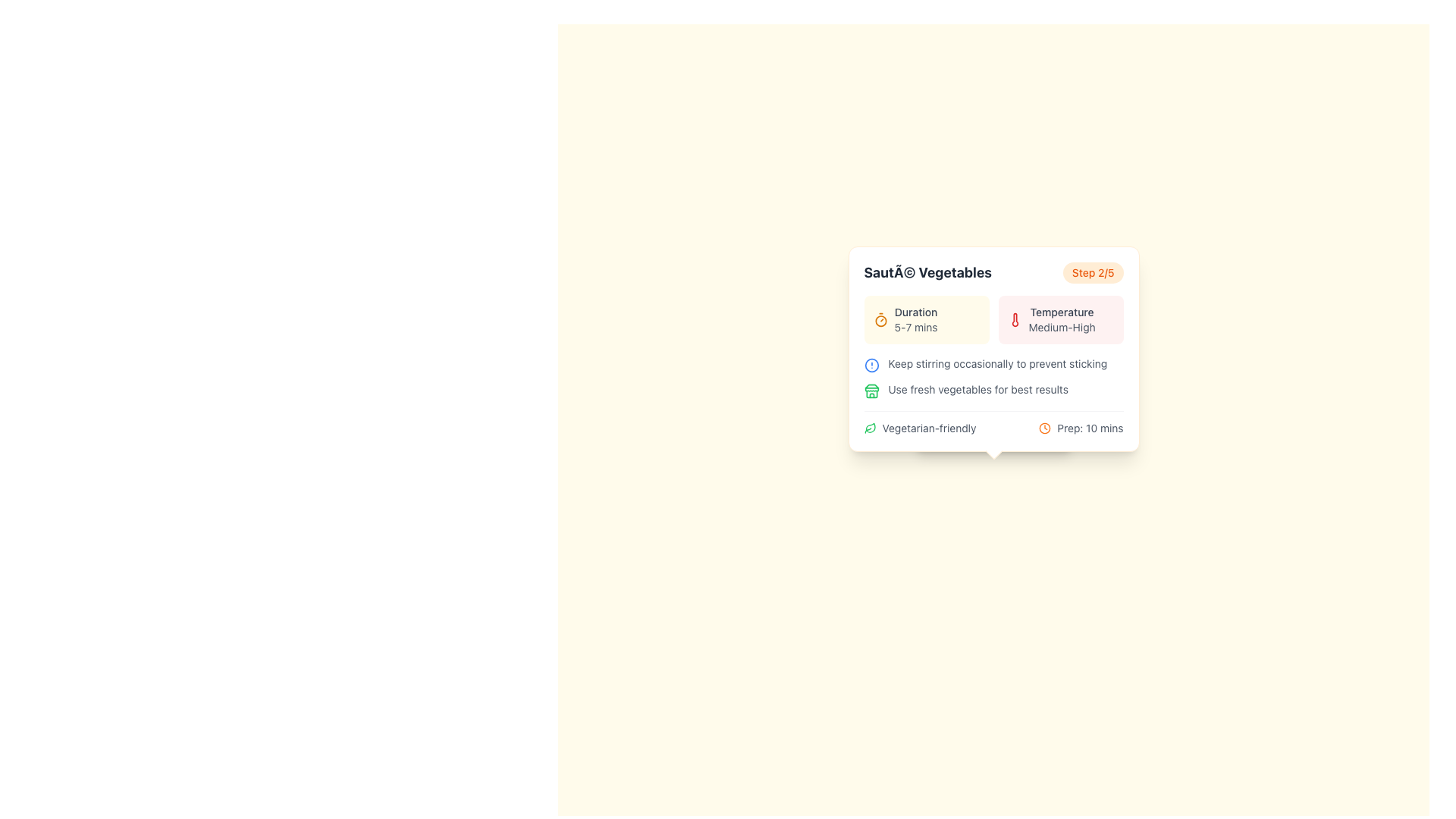  Describe the element at coordinates (880, 320) in the screenshot. I see `the circular shape element within the timer icon located near the 'Duration' section of the 'Sauté Vegetables' instruction card` at that location.